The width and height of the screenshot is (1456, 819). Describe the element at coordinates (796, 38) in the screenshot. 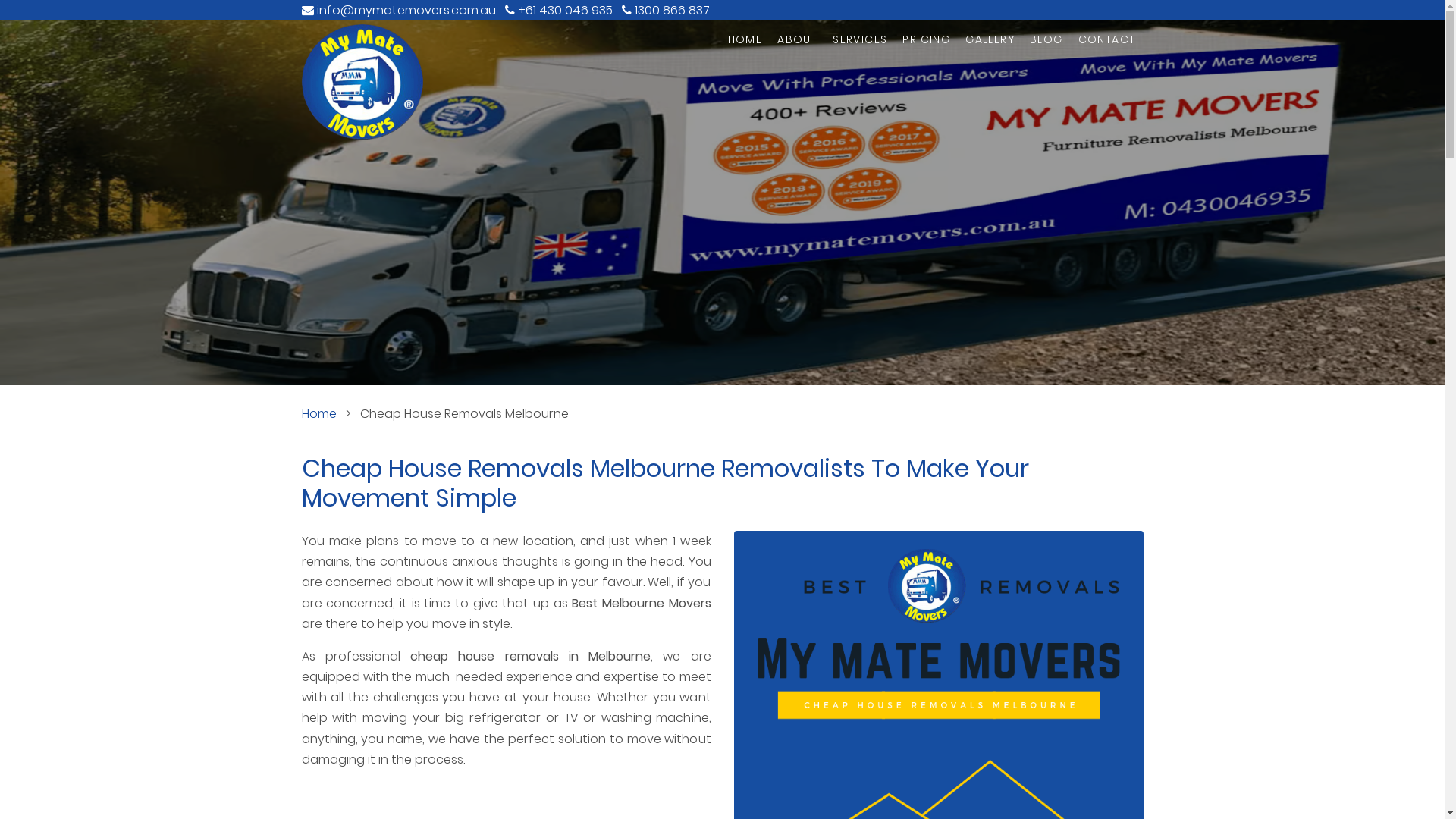

I see `'ABOUT'` at that location.